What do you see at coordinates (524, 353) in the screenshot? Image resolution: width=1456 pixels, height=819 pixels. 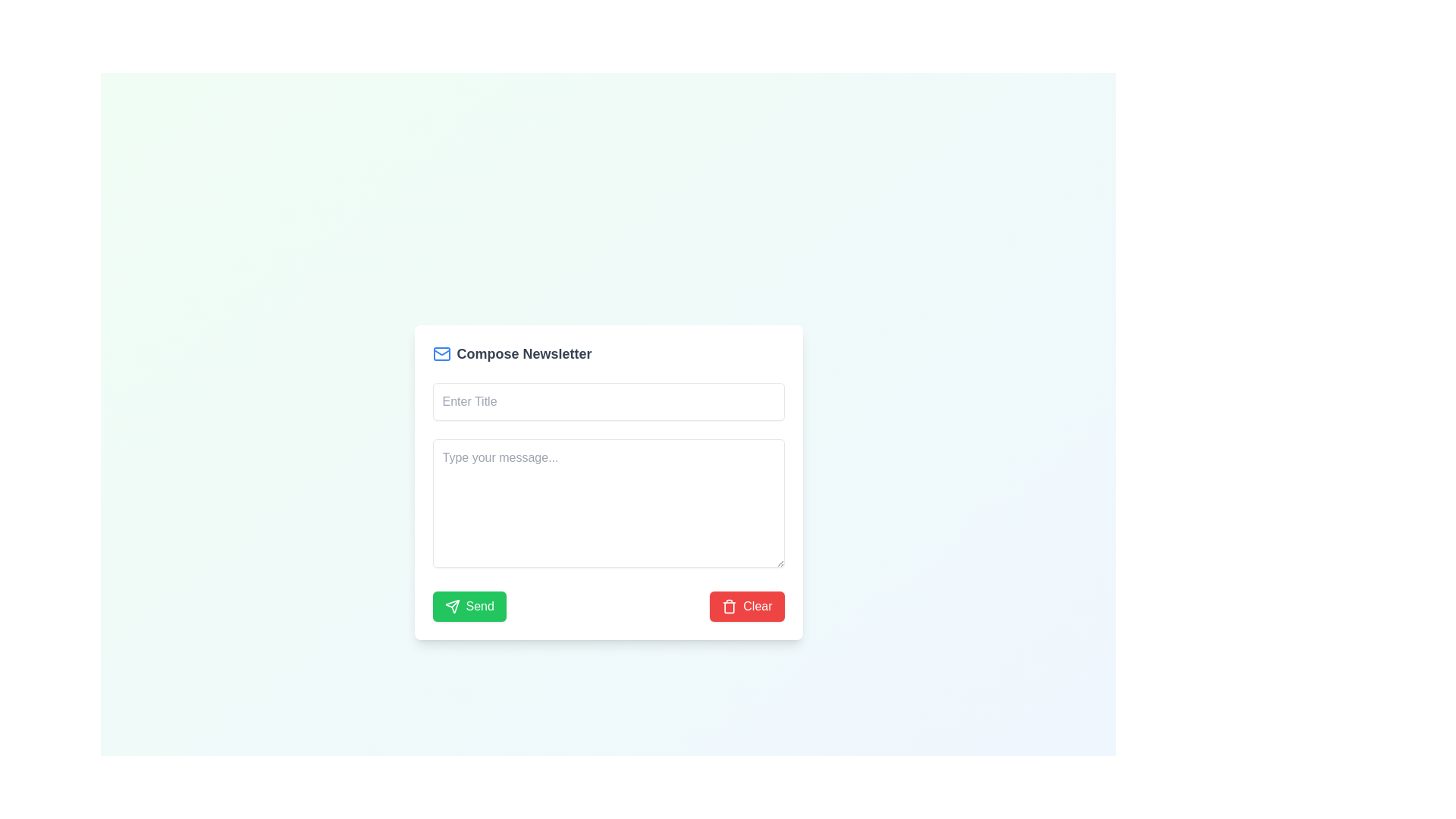 I see `text from the header element that serves as a title for the form, located at the center of the top section of the form area` at bounding box center [524, 353].